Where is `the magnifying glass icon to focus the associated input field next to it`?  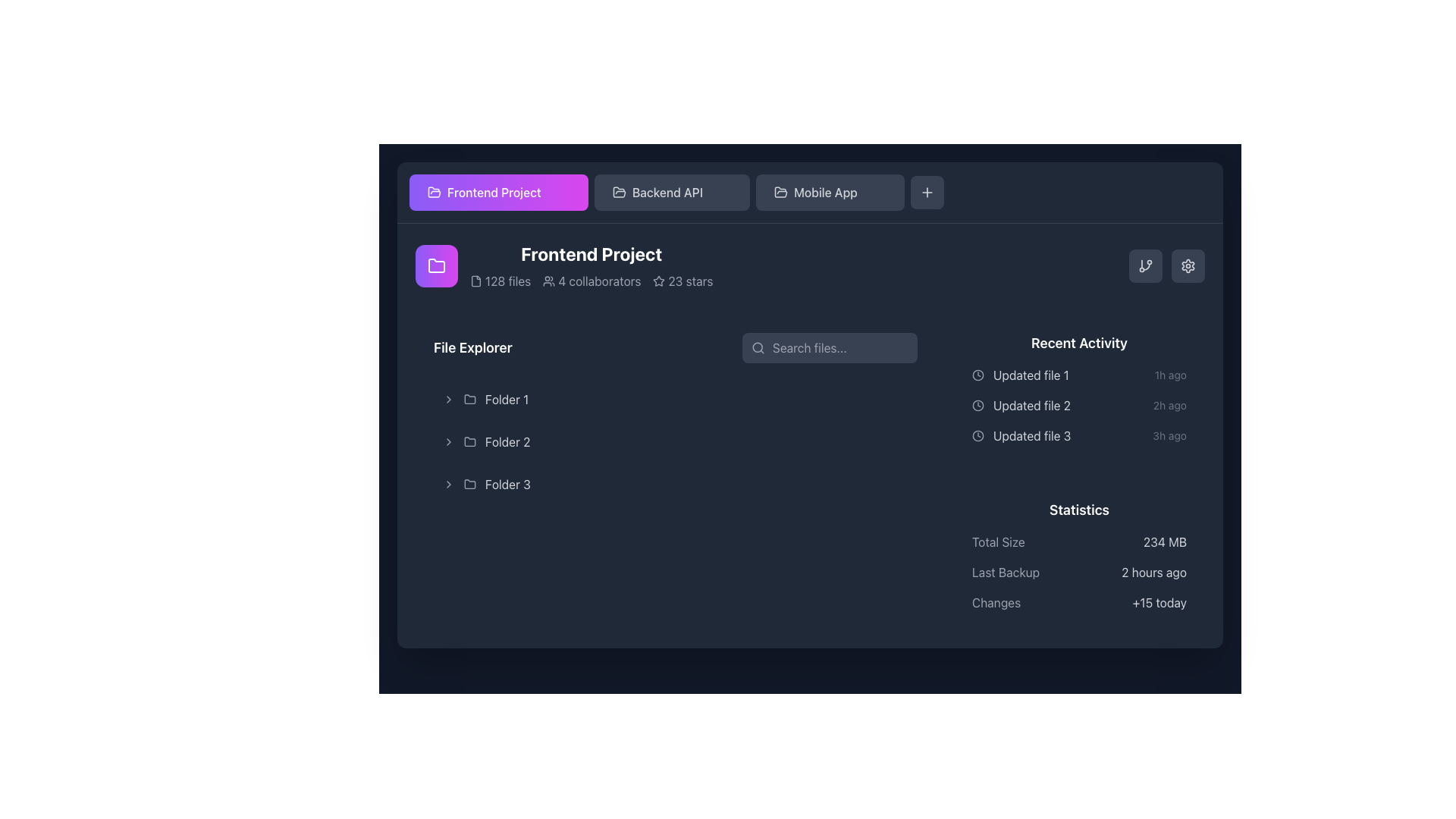
the magnifying glass icon to focus the associated input field next to it is located at coordinates (758, 348).